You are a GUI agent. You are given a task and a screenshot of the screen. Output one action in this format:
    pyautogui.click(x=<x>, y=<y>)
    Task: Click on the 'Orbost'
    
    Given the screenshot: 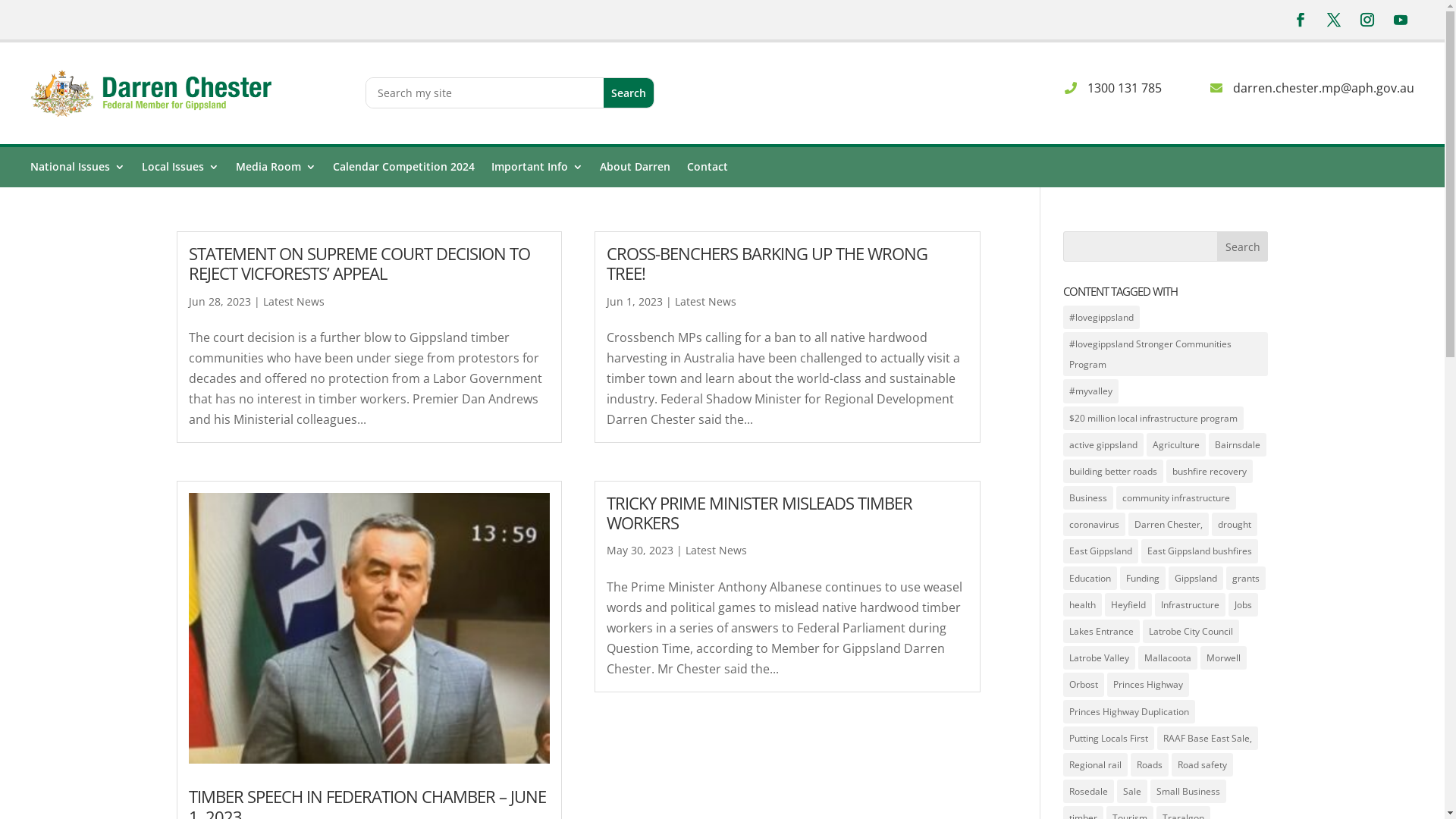 What is the action you would take?
    pyautogui.click(x=1083, y=684)
    